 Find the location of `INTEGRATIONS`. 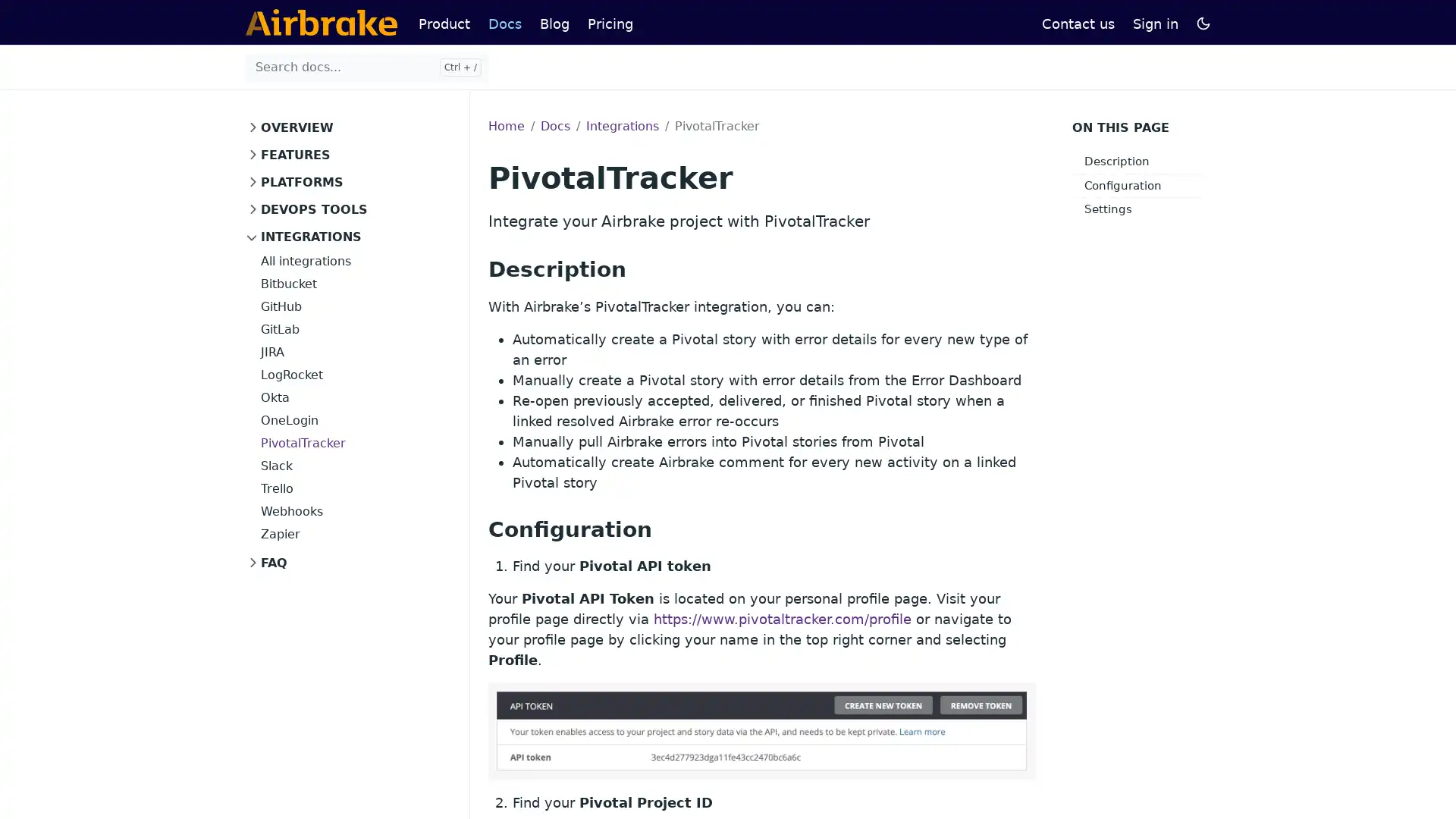

INTEGRATIONS is located at coordinates (306, 237).